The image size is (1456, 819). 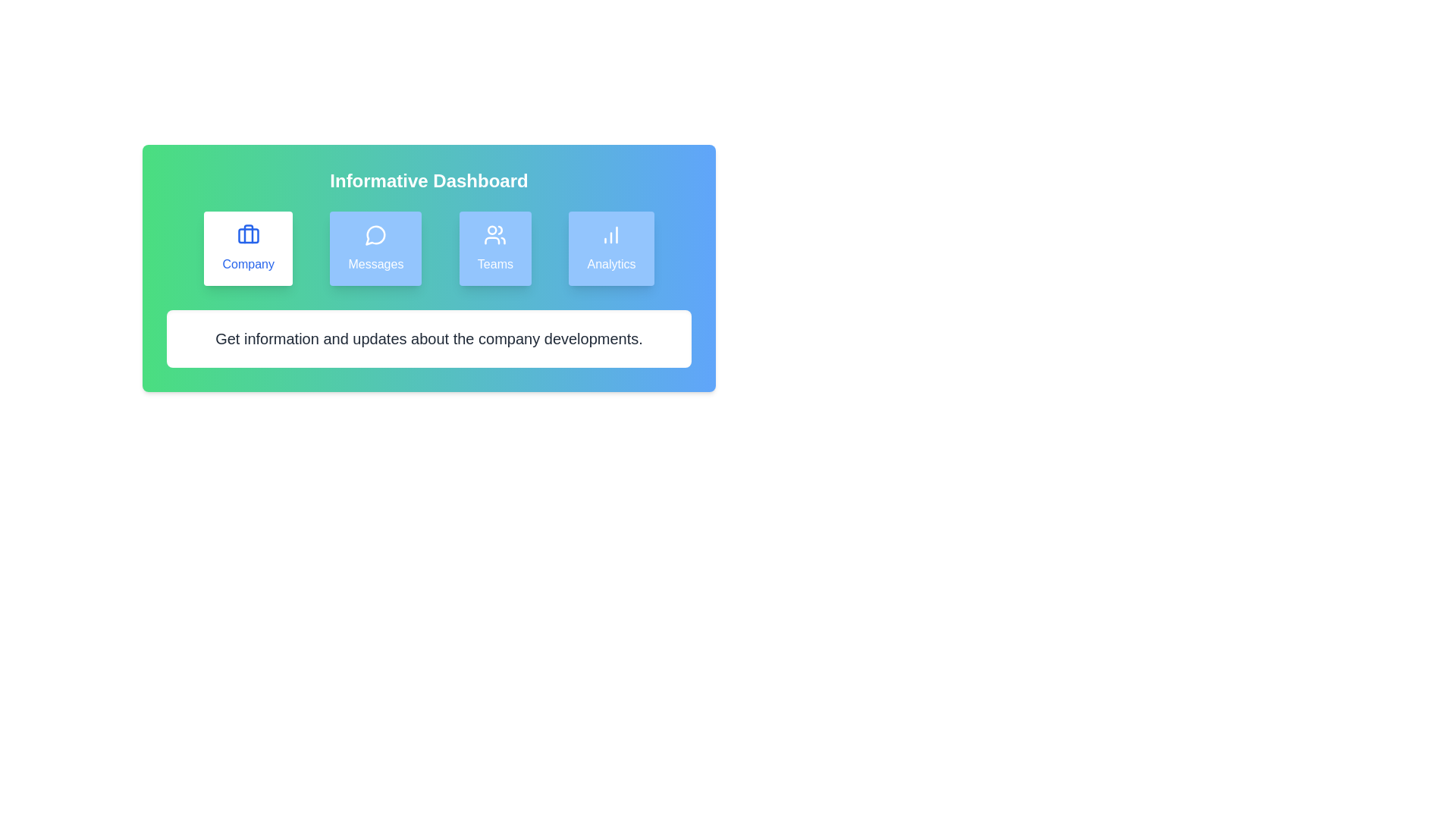 What do you see at coordinates (611, 247) in the screenshot?
I see `the 'Analytics' button, which is the fourth button from the left in the row under 'Informative Dashboard', to trigger hover effects` at bounding box center [611, 247].